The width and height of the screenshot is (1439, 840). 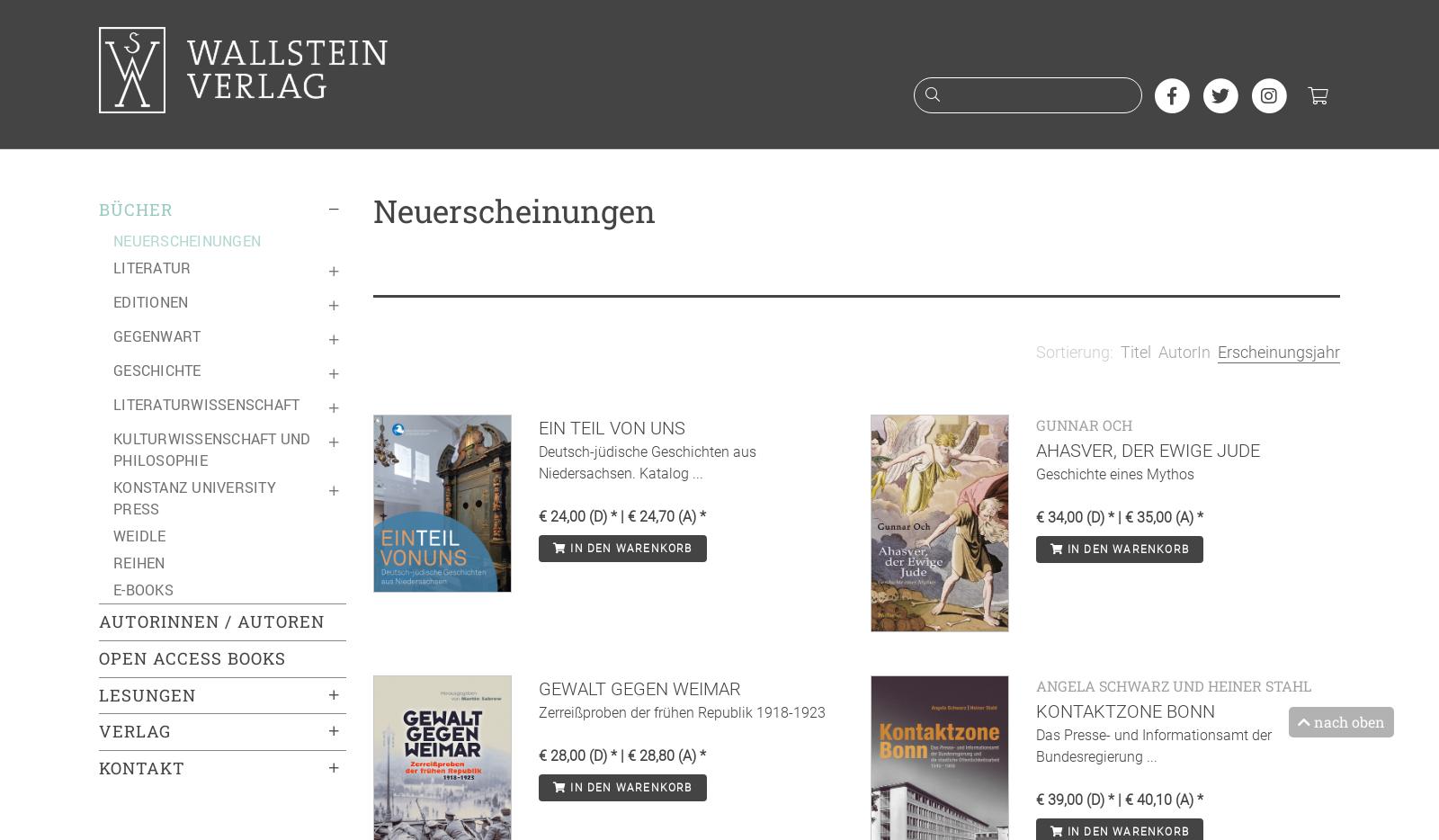 I want to click on 'Editionen', so click(x=149, y=301).